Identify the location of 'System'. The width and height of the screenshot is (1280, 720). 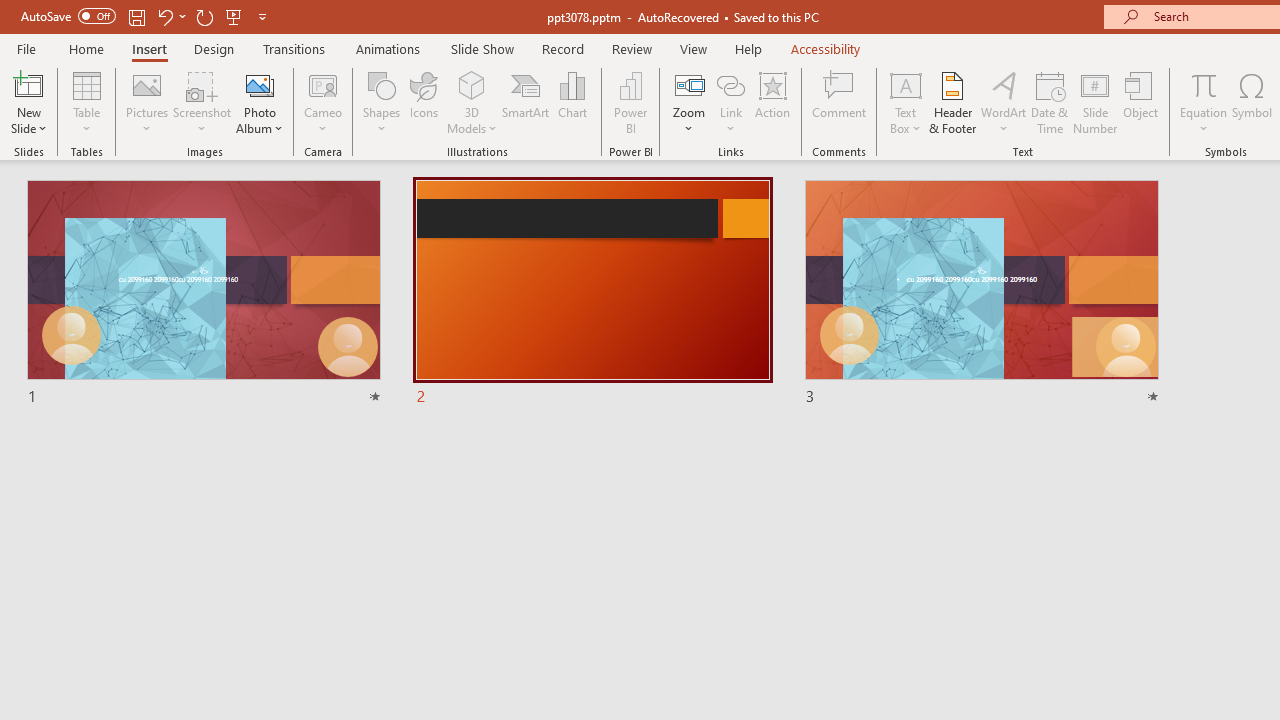
(10, 11).